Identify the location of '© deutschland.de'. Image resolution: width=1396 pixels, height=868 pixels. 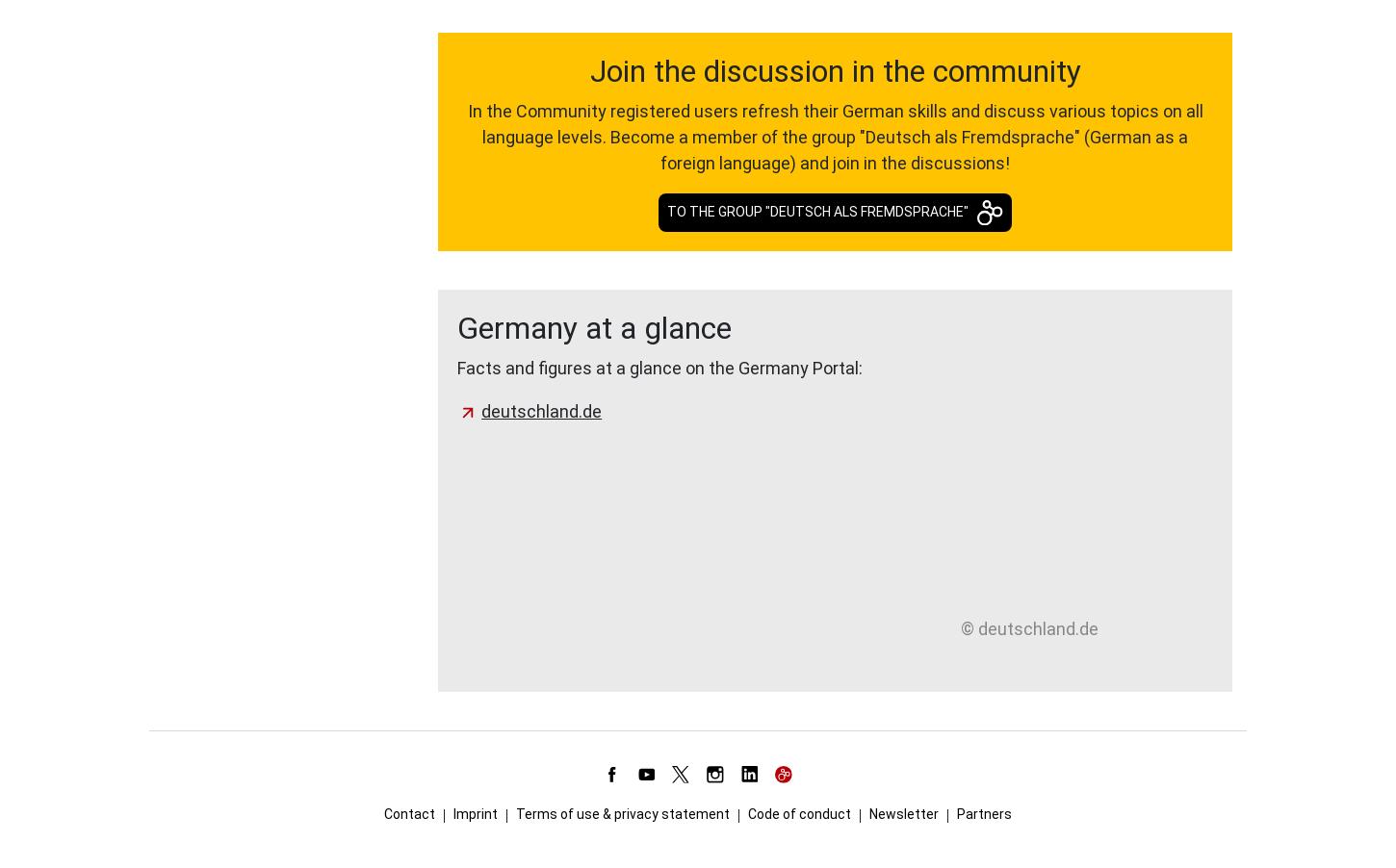
(961, 626).